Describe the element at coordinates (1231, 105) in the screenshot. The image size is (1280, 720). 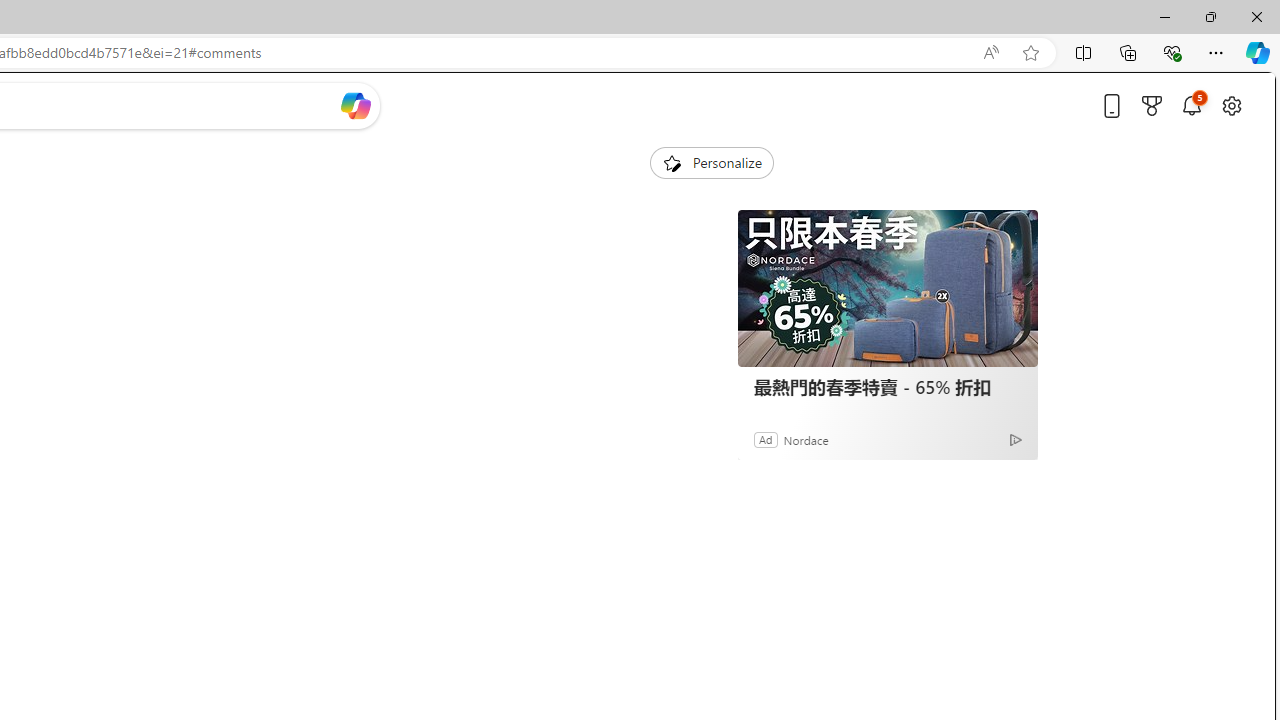
I see `'Open settings'` at that location.